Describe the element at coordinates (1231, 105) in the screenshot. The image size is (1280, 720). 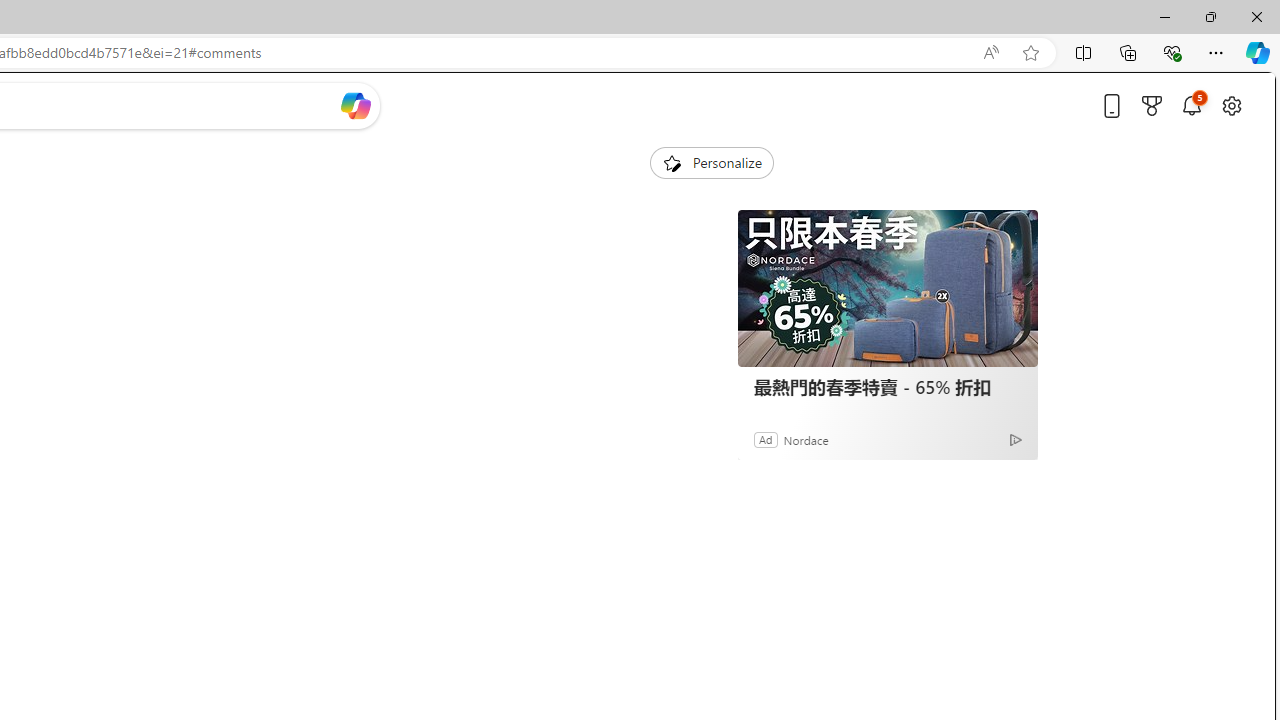
I see `'Open settings'` at that location.